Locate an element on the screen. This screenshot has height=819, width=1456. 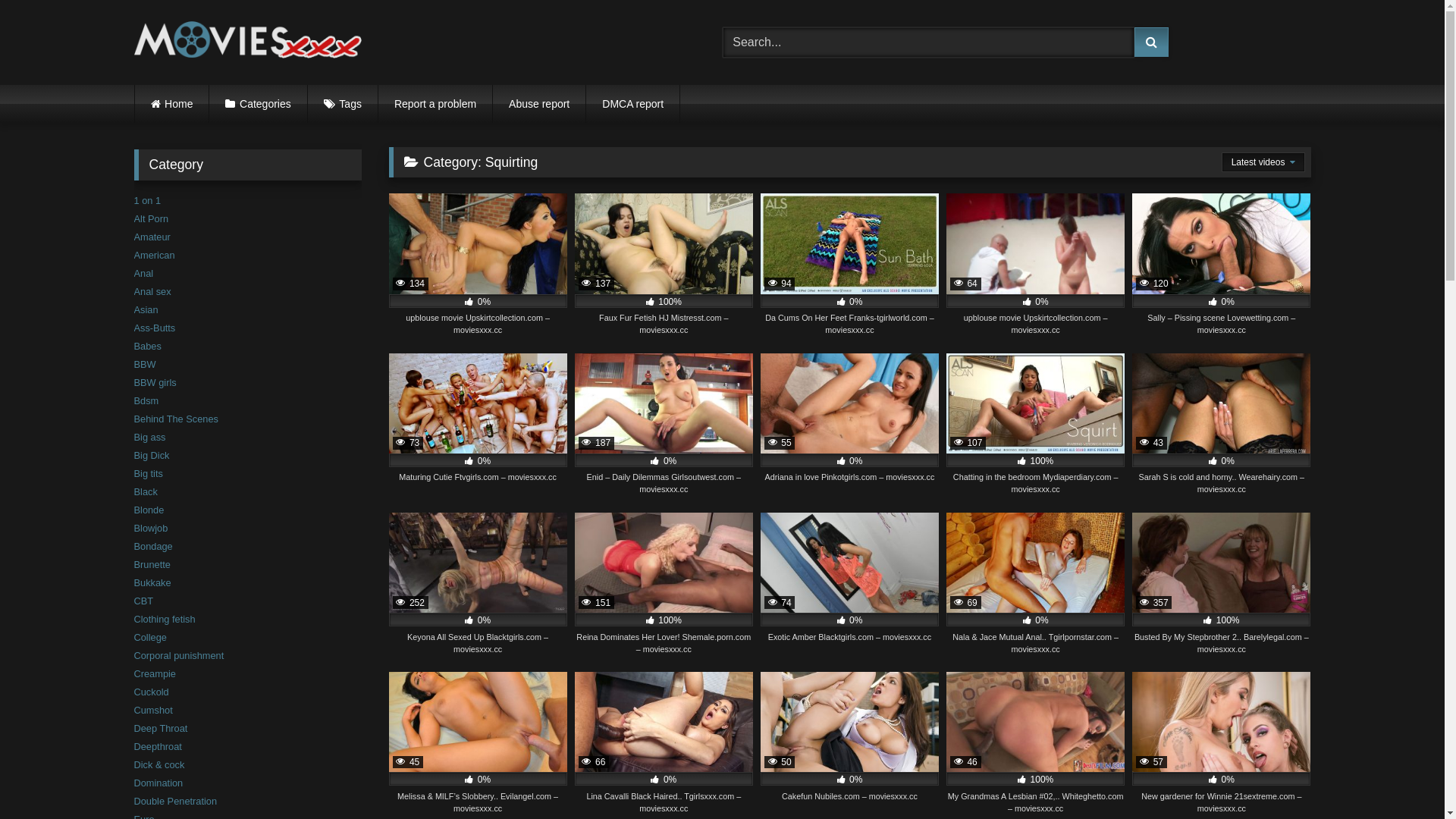
'Babes' is located at coordinates (146, 346).